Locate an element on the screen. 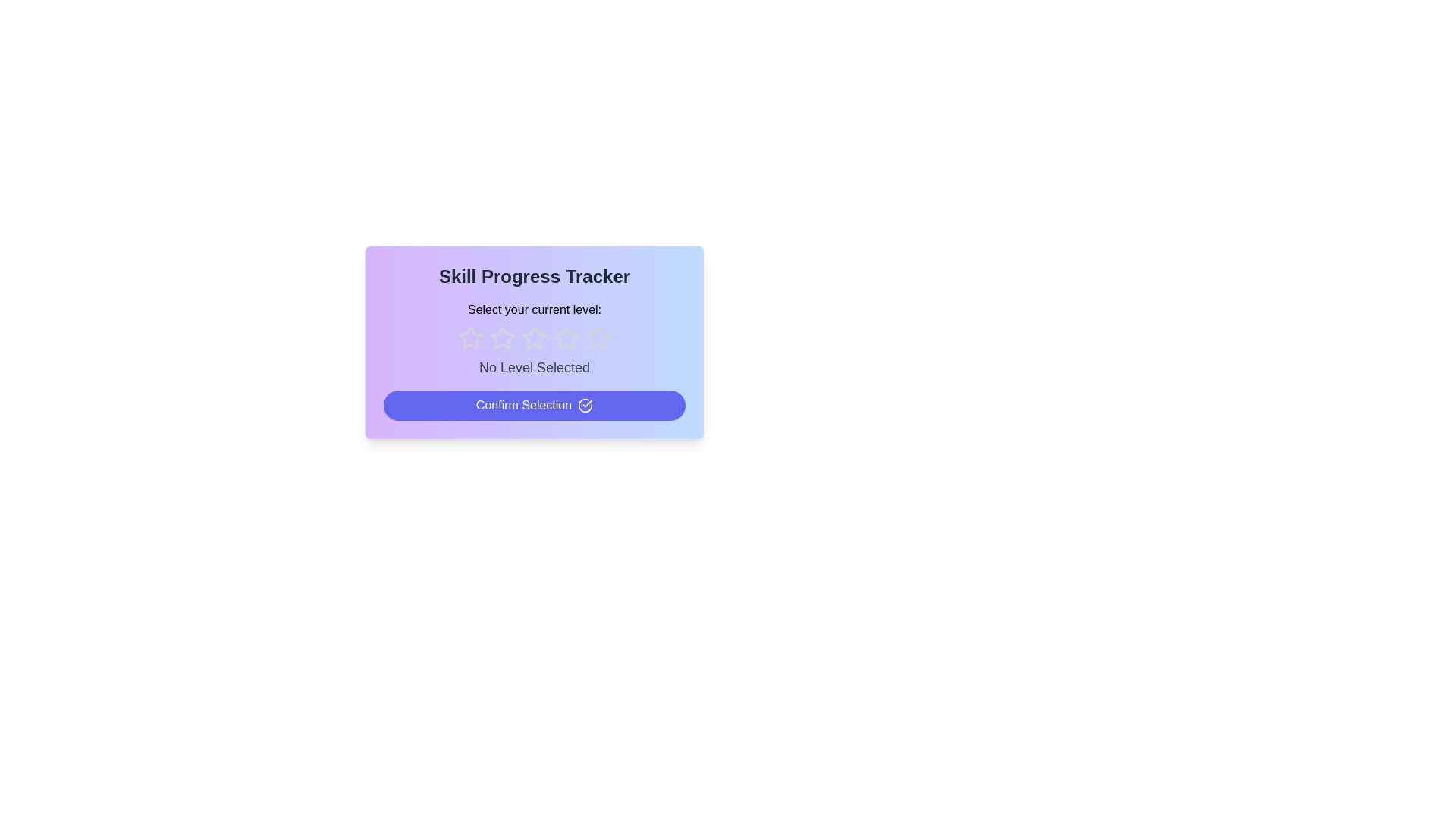 The width and height of the screenshot is (1456, 819). the star corresponding to 1 to preview the rating is located at coordinates (469, 337).